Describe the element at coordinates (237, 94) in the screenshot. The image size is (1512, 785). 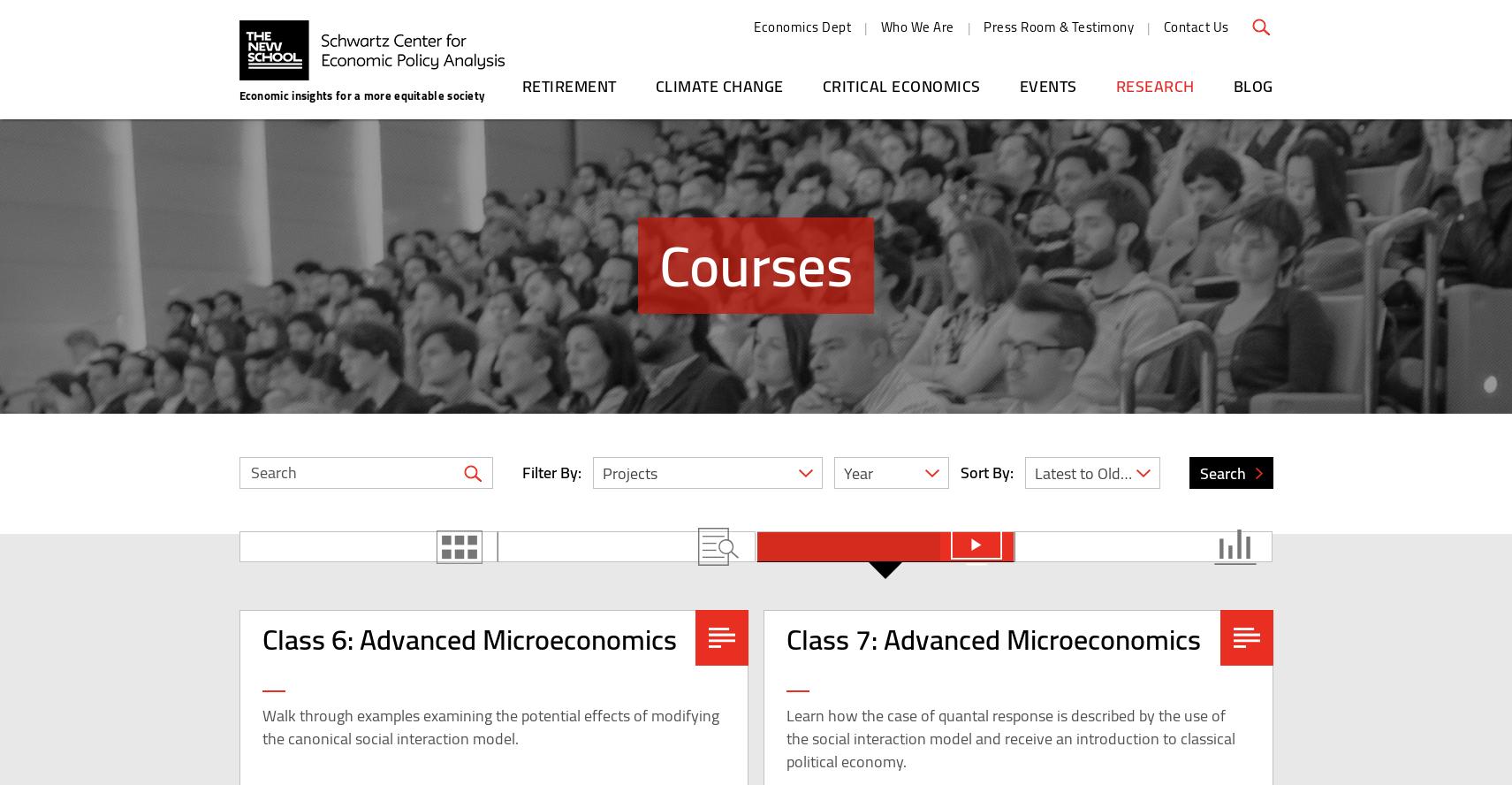
I see `'Economic insights for a more equitable society'` at that location.